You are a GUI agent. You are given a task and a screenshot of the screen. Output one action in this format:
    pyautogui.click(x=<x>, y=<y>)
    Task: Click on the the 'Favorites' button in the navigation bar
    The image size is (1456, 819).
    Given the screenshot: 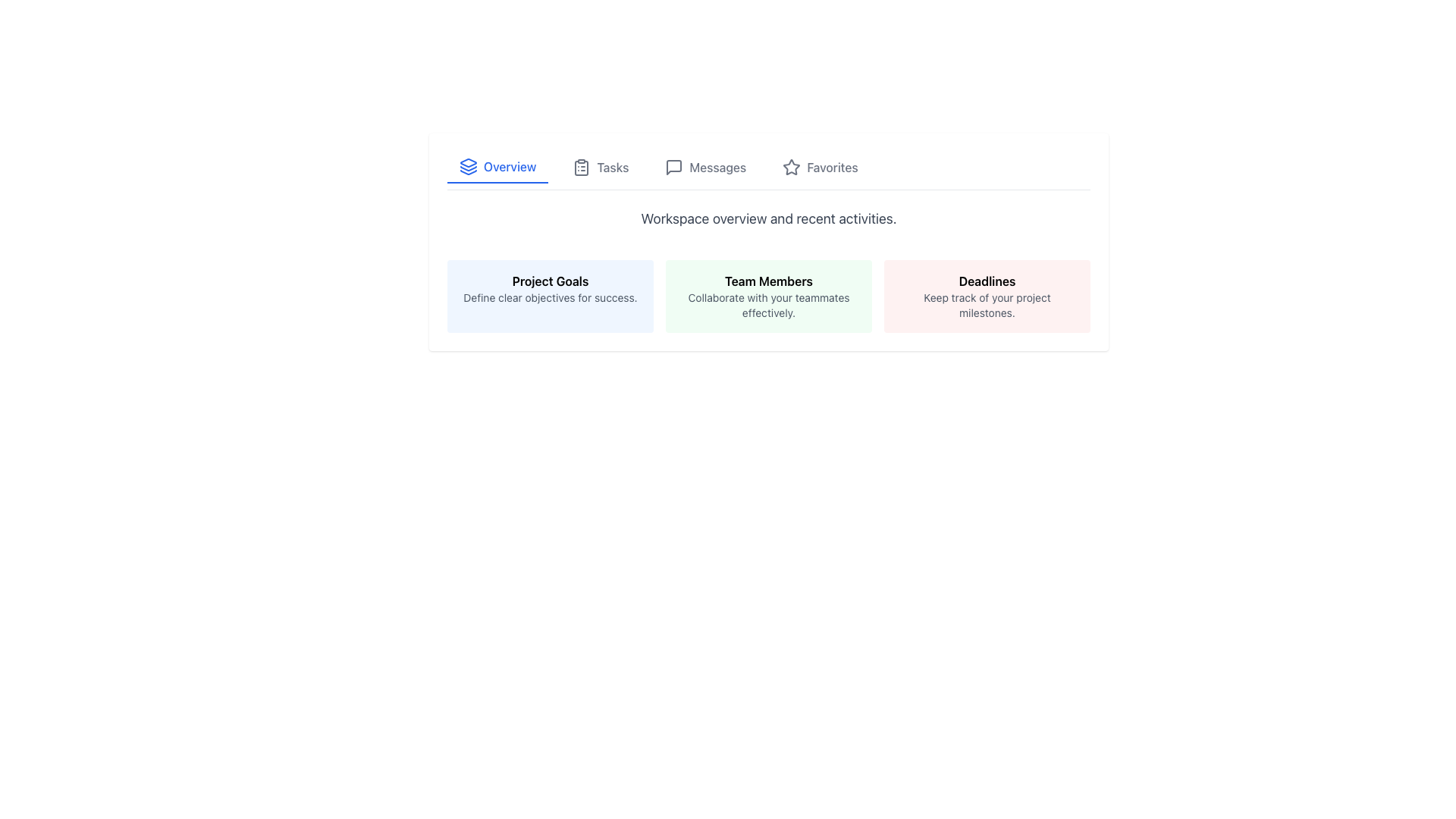 What is the action you would take?
    pyautogui.click(x=818, y=167)
    